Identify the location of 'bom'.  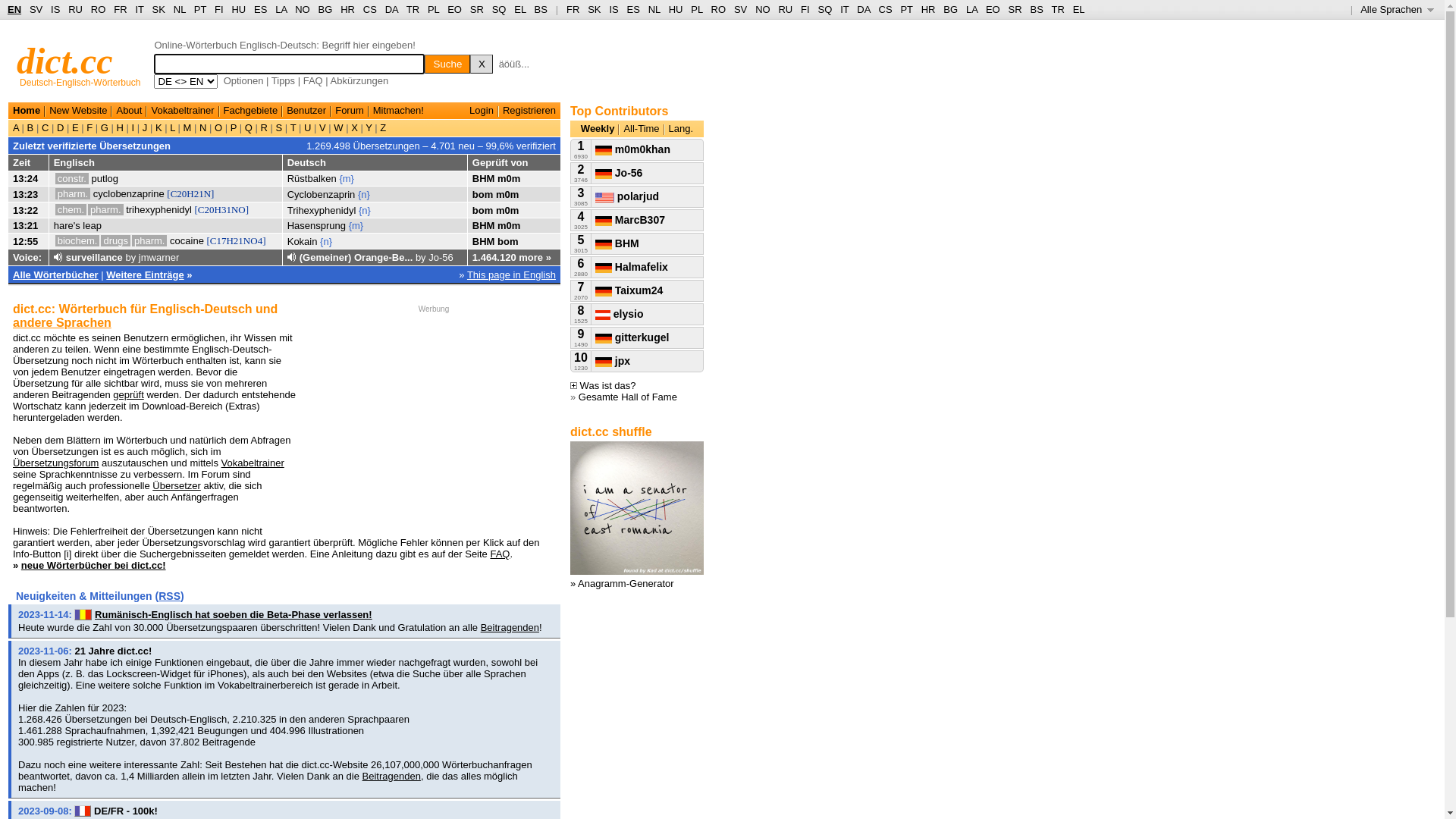
(482, 193).